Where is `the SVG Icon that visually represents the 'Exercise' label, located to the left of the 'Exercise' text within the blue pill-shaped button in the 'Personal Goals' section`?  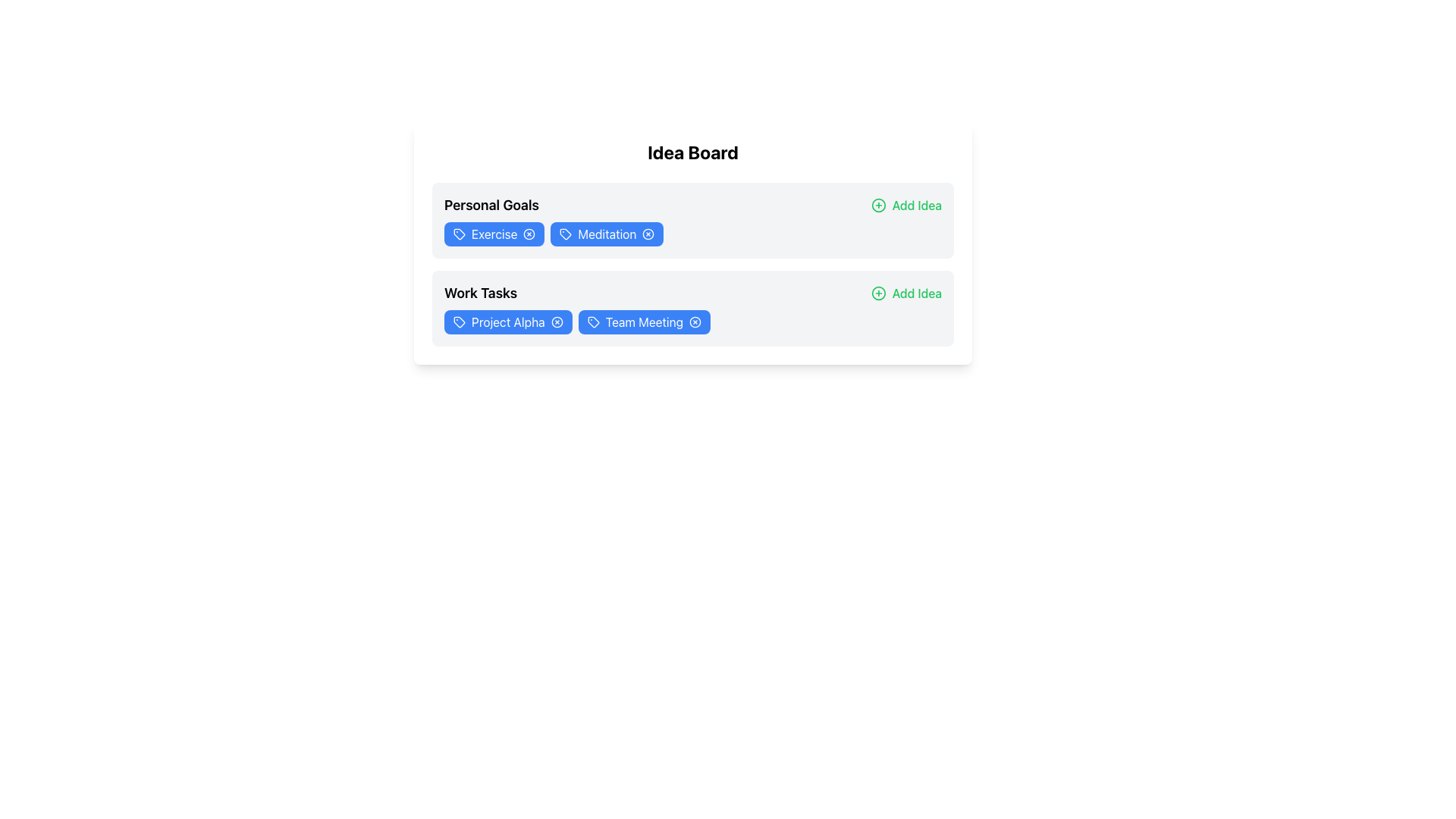 the SVG Icon that visually represents the 'Exercise' label, located to the left of the 'Exercise' text within the blue pill-shaped button in the 'Personal Goals' section is located at coordinates (458, 234).